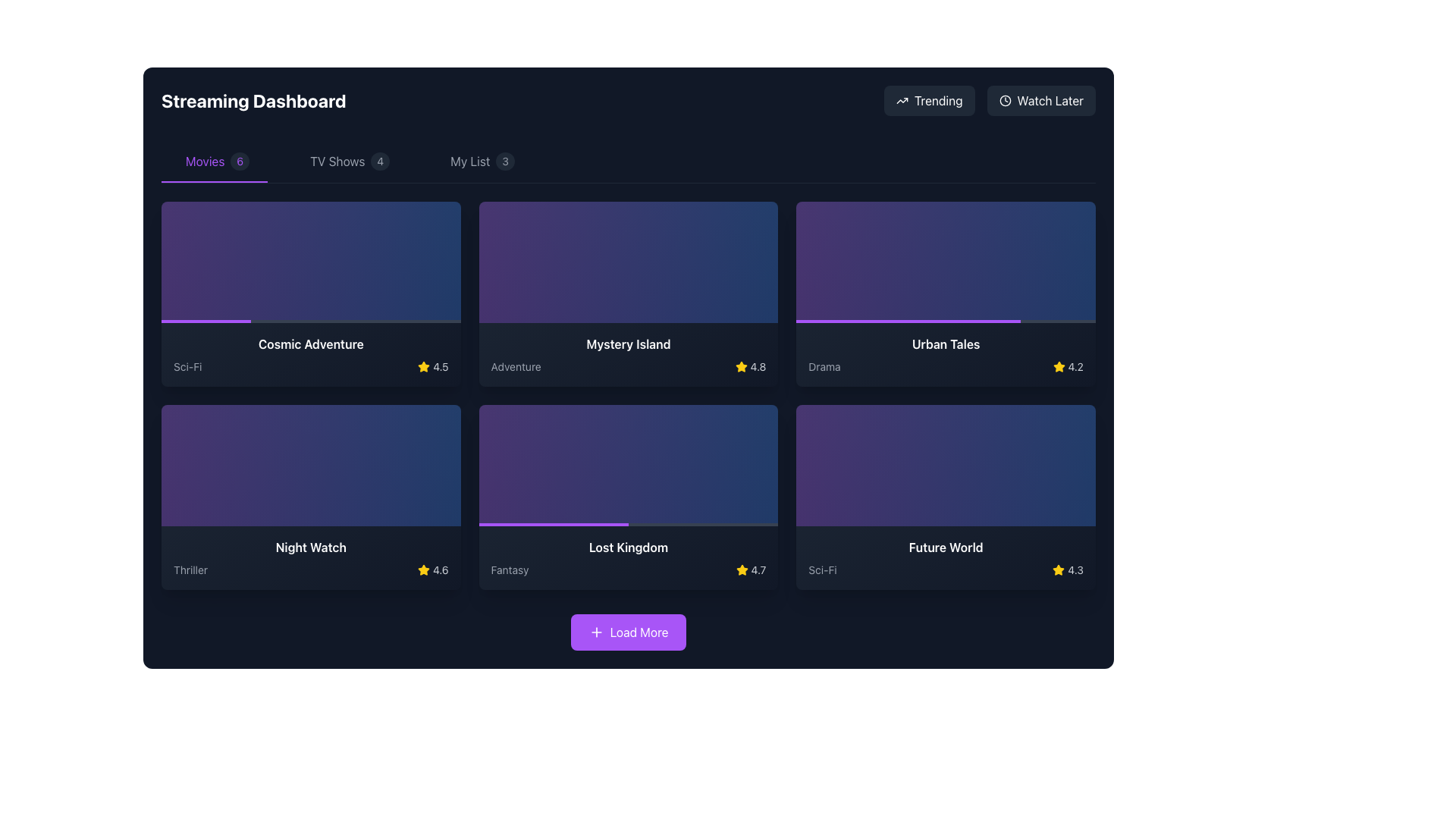 The image size is (1456, 819). I want to click on the media tile displaying its title, genre, and rating information, located in the second row and second column of the grid layout, so click(629, 497).